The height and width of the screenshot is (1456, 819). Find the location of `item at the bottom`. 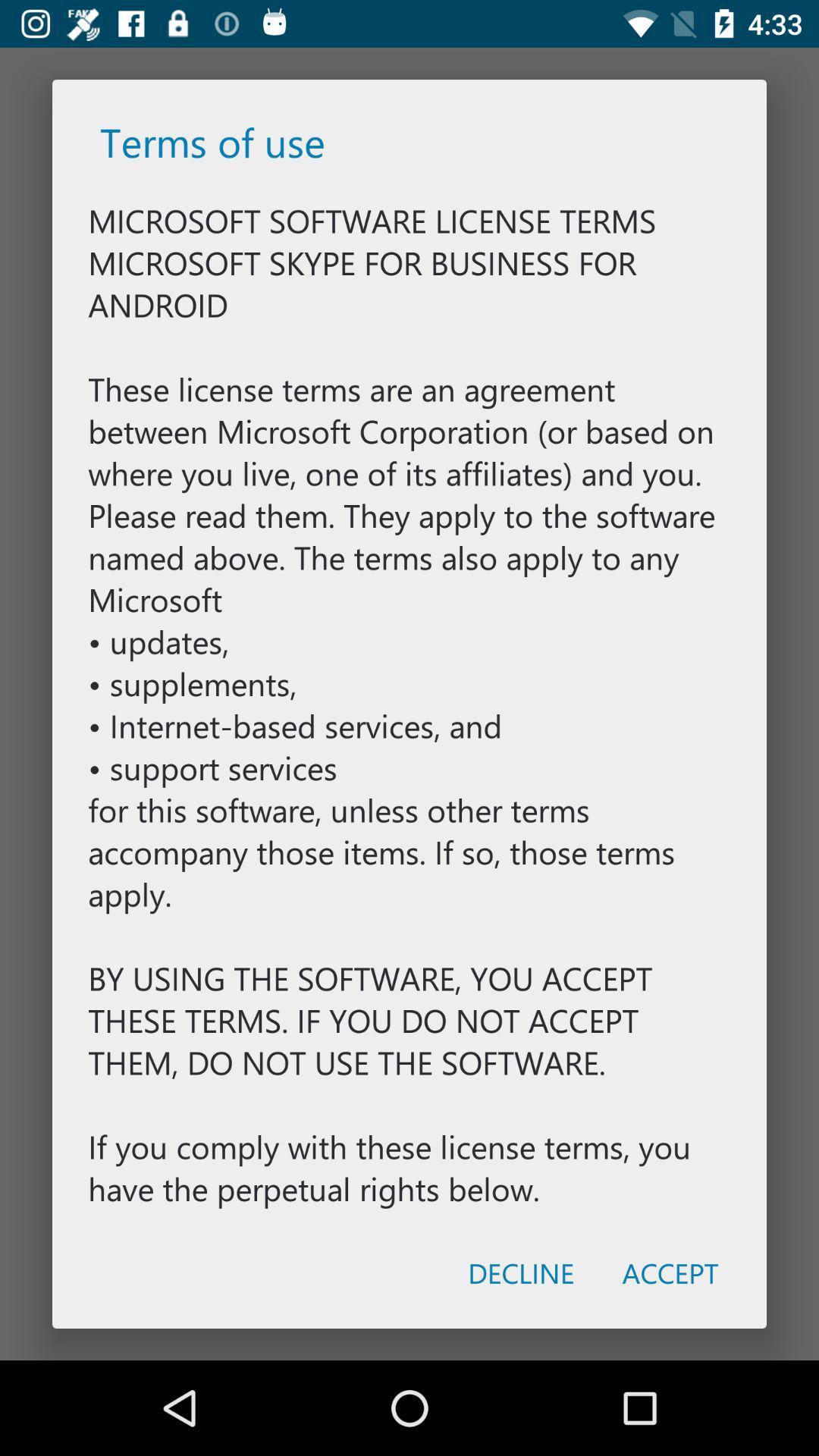

item at the bottom is located at coordinates (520, 1272).